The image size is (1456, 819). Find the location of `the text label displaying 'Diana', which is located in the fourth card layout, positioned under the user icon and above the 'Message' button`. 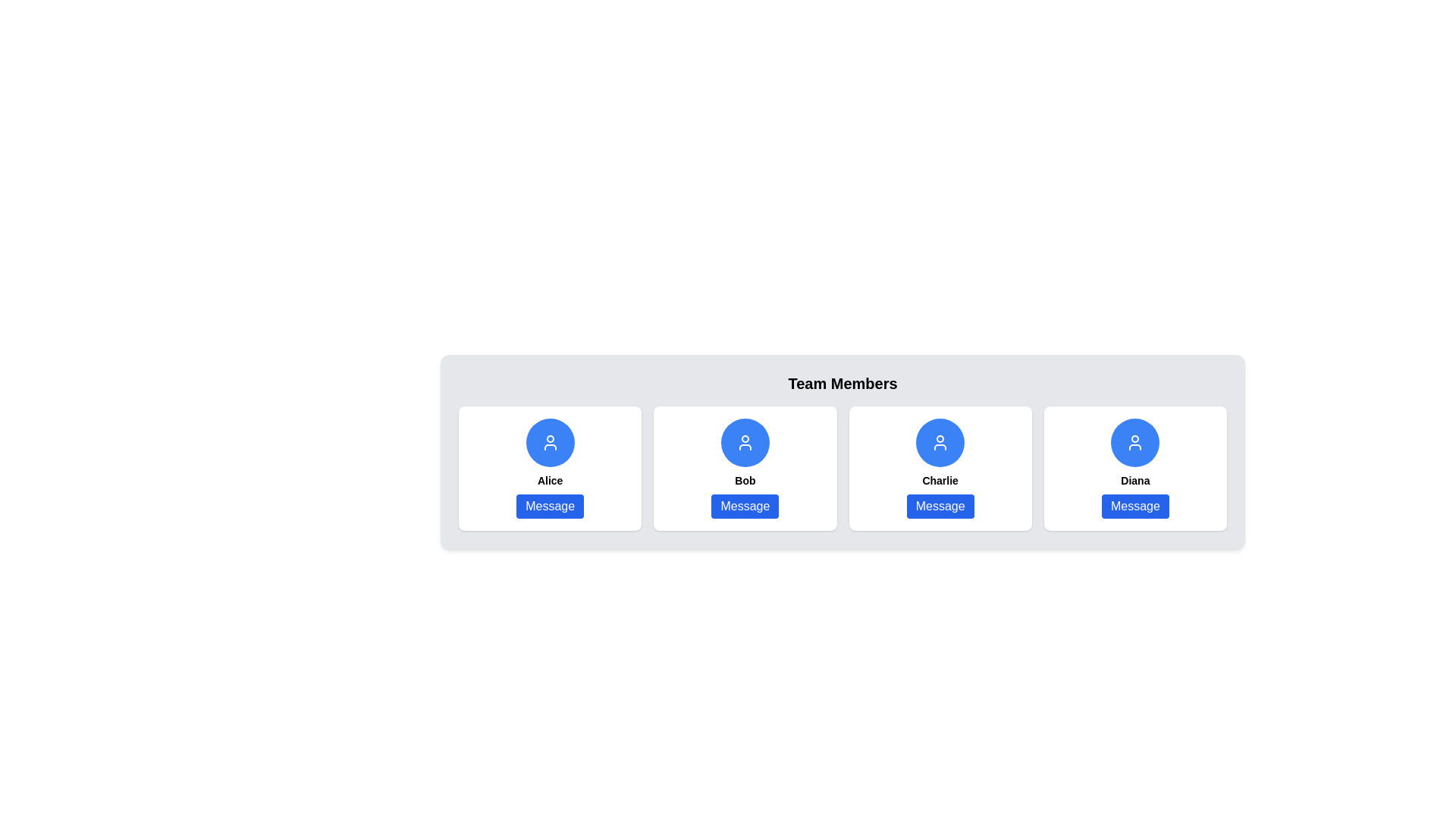

the text label displaying 'Diana', which is located in the fourth card layout, positioned under the user icon and above the 'Message' button is located at coordinates (1135, 480).